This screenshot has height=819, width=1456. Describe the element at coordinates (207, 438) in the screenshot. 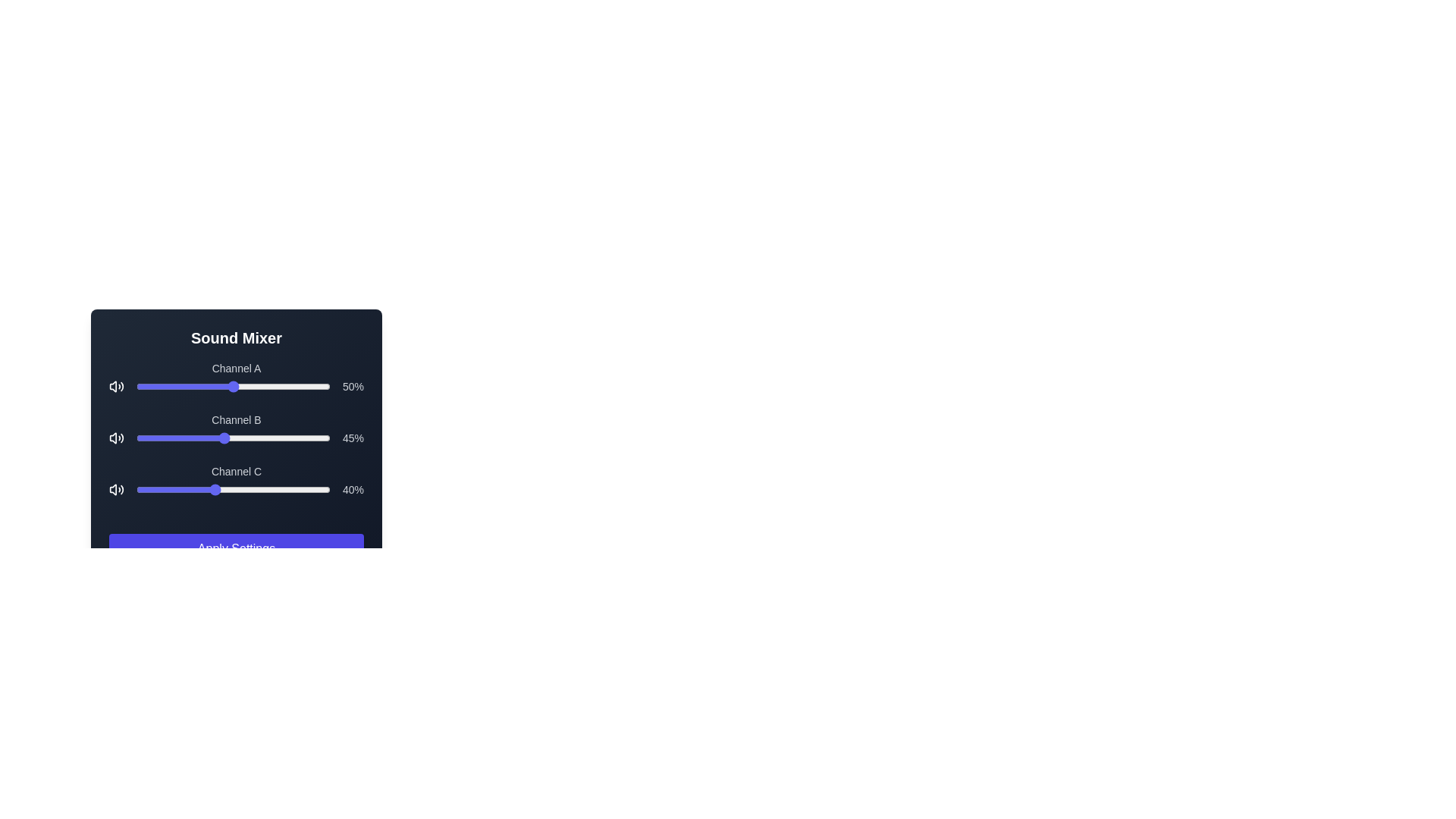

I see `the Channel B volume` at that location.